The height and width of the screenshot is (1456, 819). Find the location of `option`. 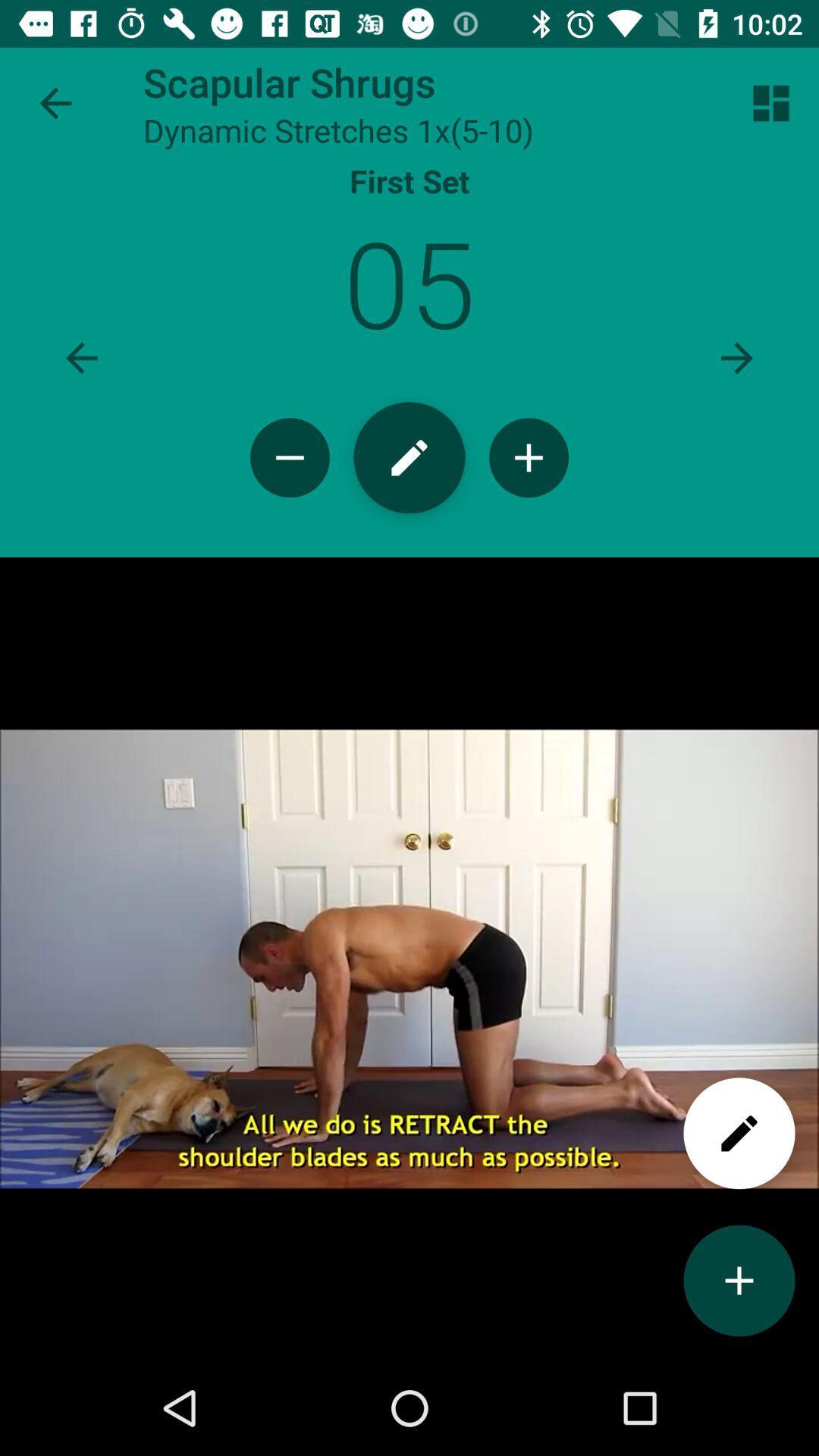

option is located at coordinates (82, 357).